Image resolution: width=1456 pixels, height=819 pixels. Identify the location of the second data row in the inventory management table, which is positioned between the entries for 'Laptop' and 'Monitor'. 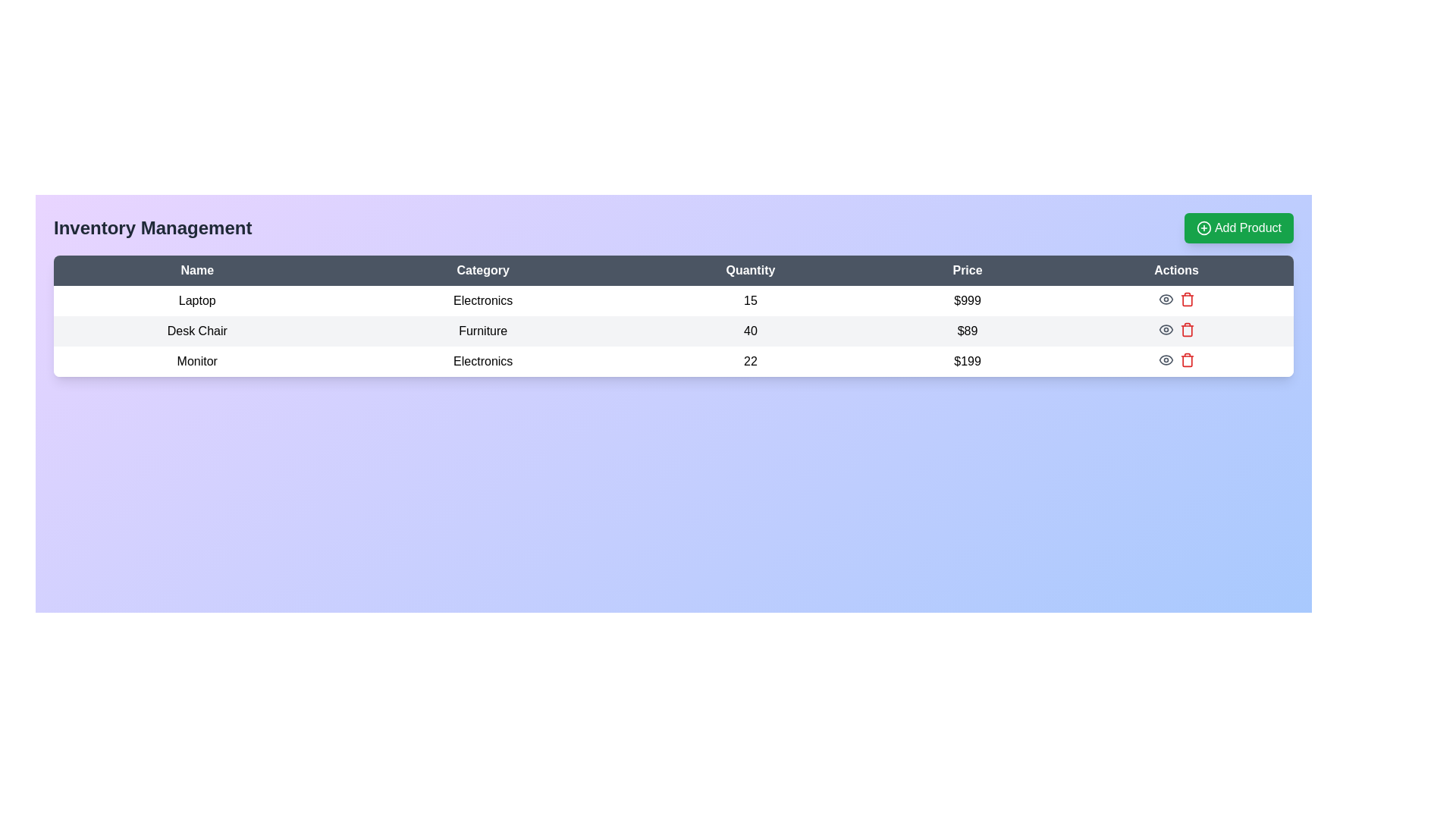
(673, 330).